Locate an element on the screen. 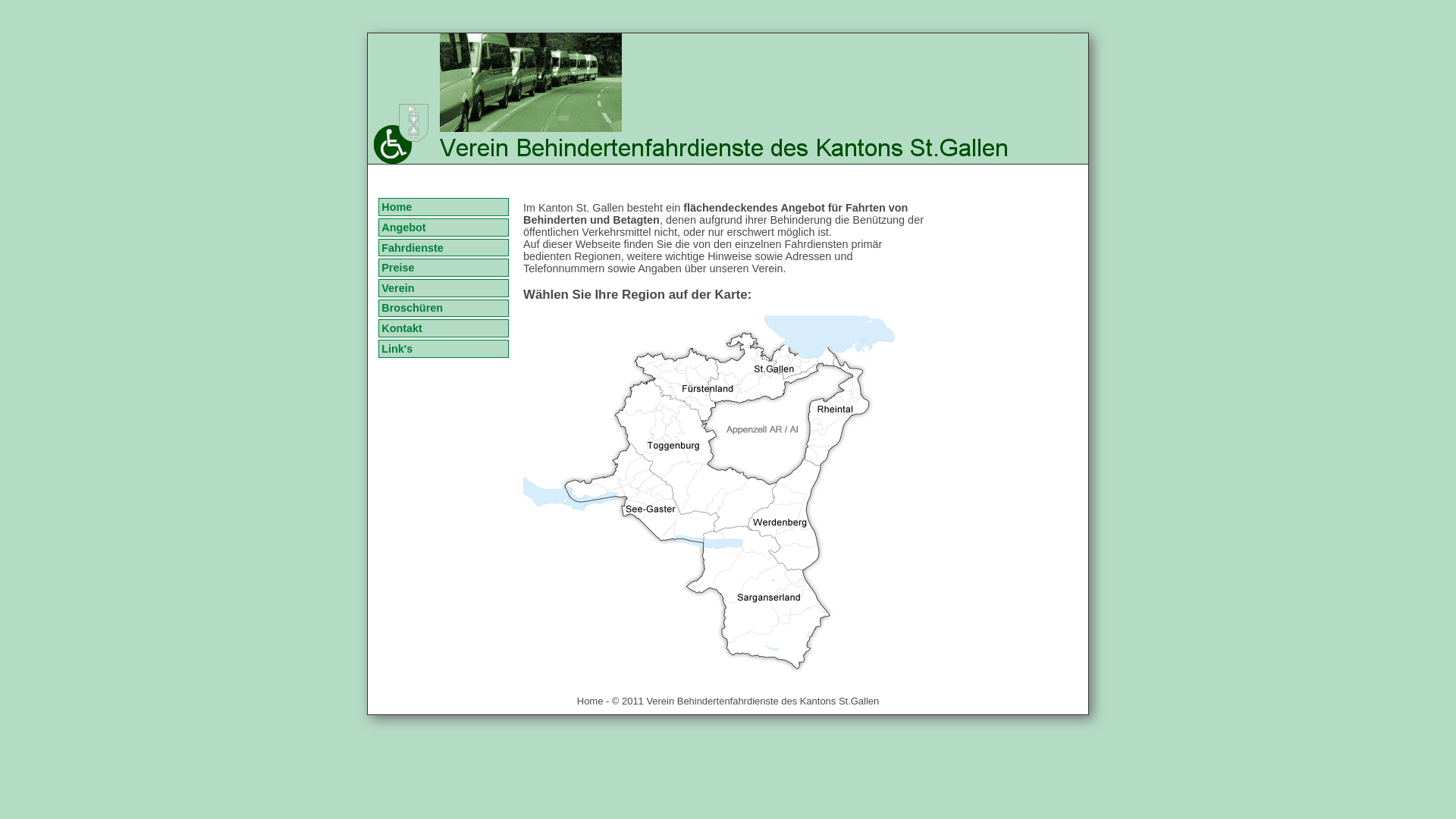  'Angebot' is located at coordinates (442, 227).